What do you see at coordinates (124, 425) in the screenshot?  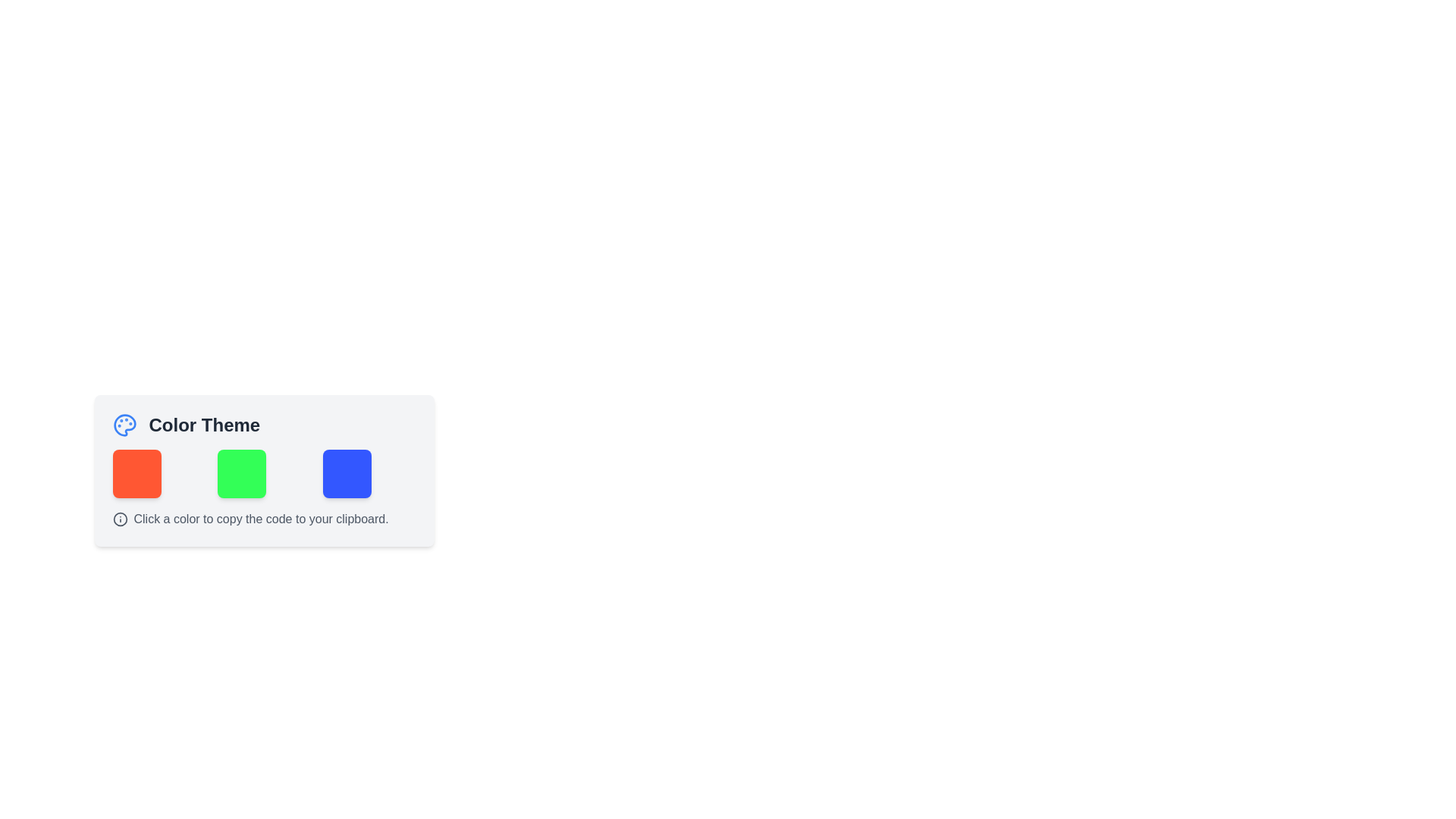 I see `the decorative icon resembling a painter's palette, which is located in the top left corner of the 'Color Theme' section, before the label 'Color Theme'` at bounding box center [124, 425].